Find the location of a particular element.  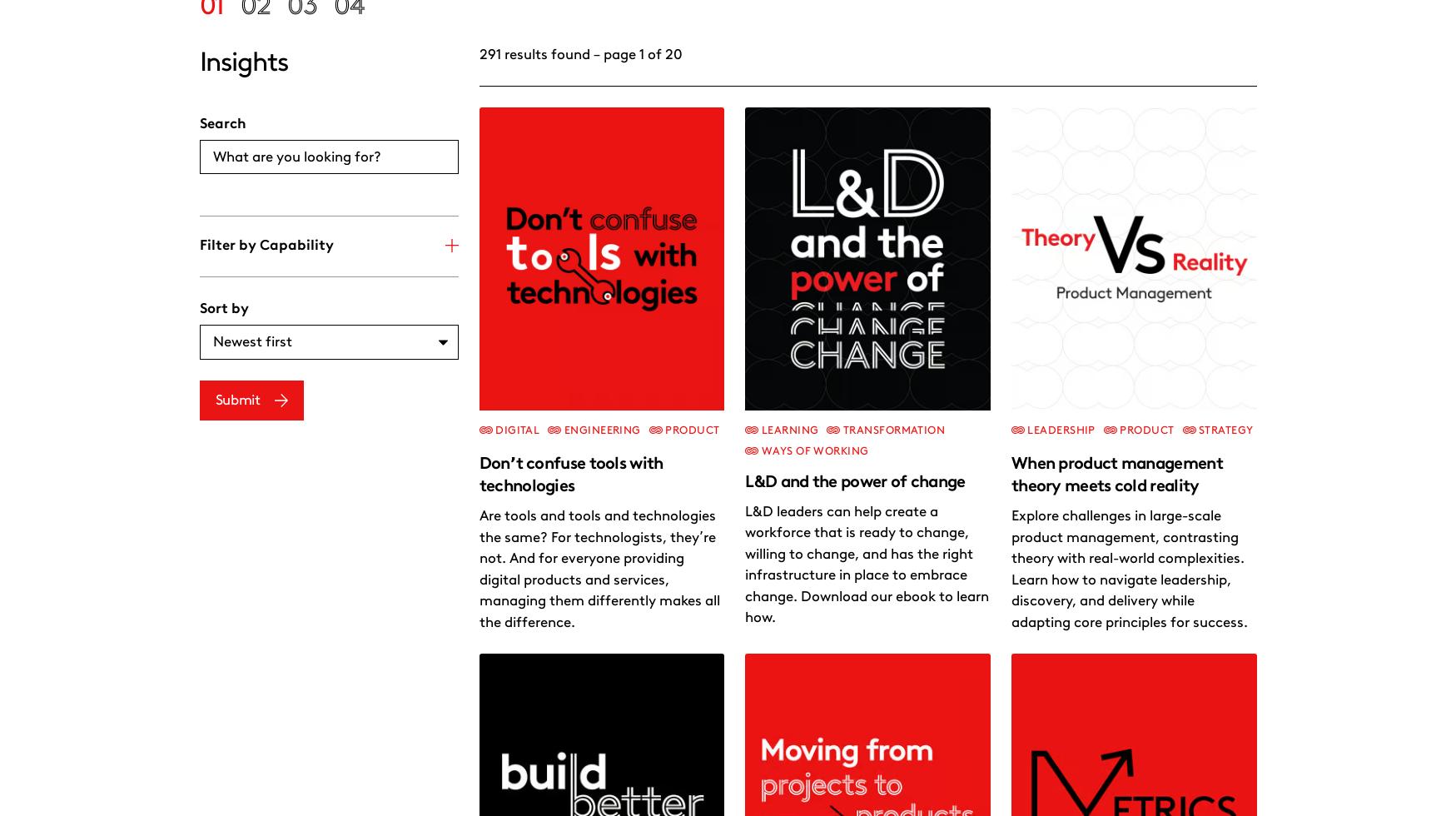

'Learn how to nurture leadership and empower your teams for success.' is located at coordinates (744, 400).